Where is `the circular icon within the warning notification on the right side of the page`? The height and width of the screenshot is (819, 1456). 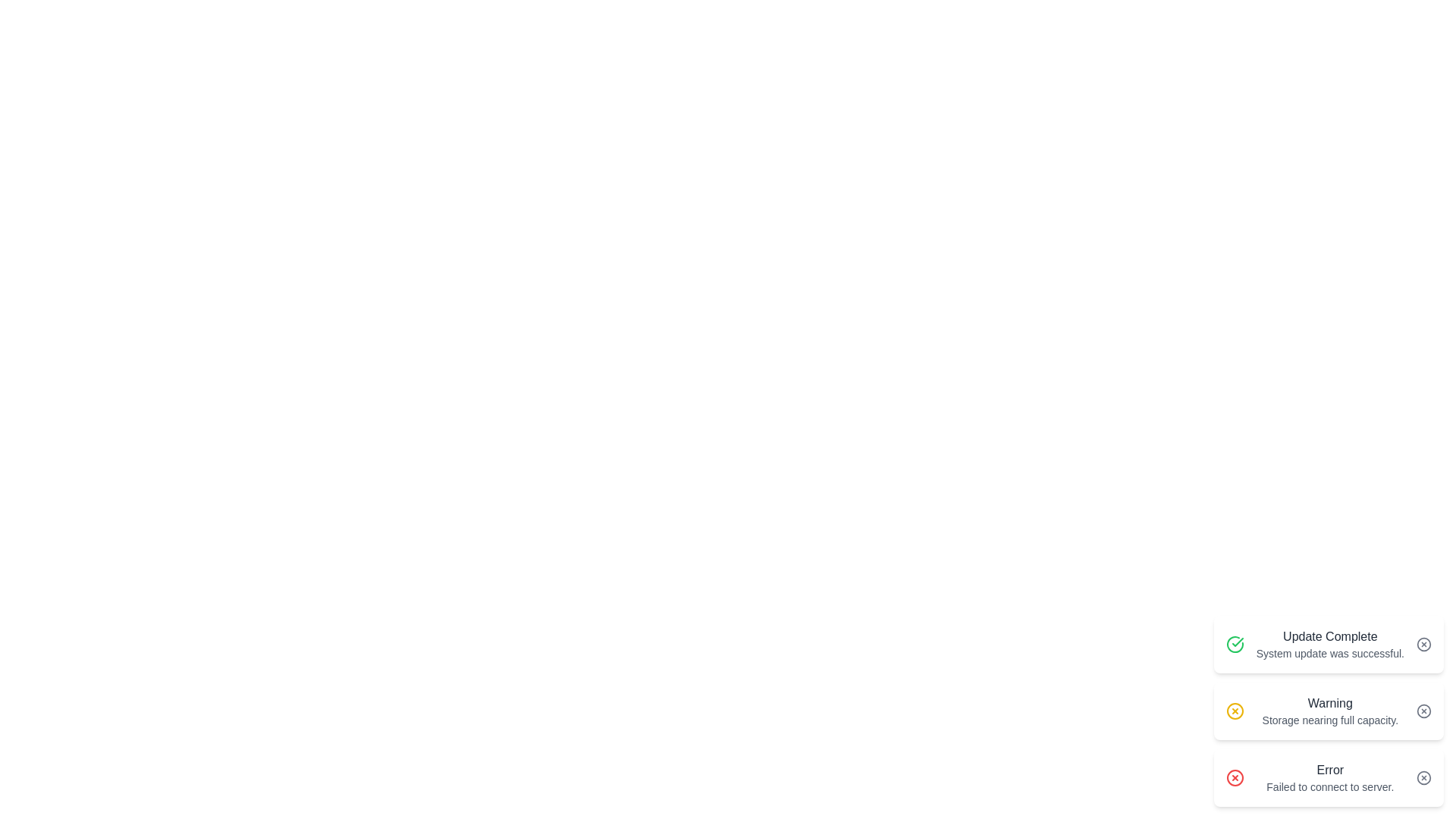
the circular icon within the warning notification on the right side of the page is located at coordinates (1423, 711).